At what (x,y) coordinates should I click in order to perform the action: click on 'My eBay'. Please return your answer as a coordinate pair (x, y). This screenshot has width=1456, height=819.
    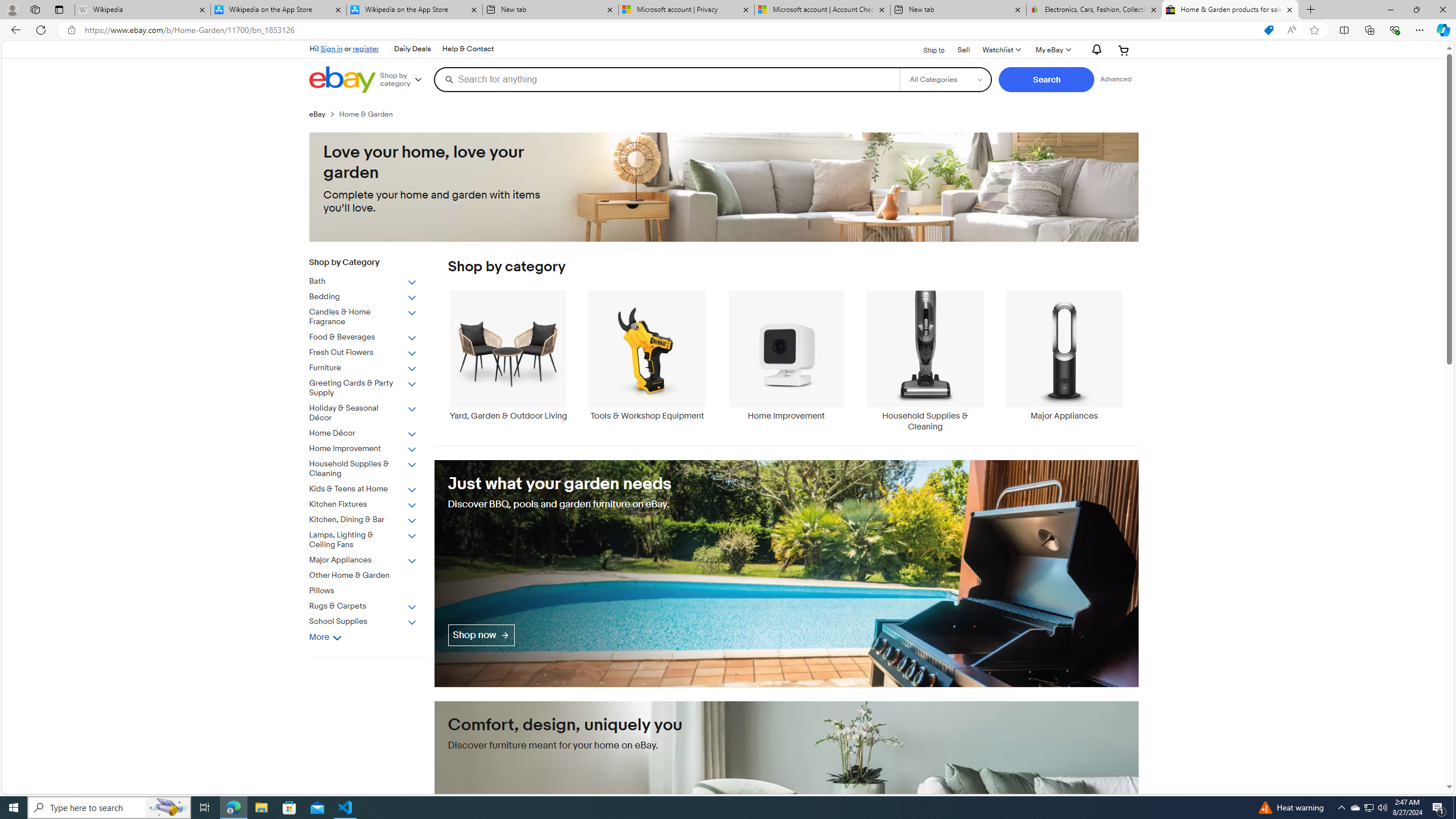
    Looking at the image, I should click on (1052, 49).